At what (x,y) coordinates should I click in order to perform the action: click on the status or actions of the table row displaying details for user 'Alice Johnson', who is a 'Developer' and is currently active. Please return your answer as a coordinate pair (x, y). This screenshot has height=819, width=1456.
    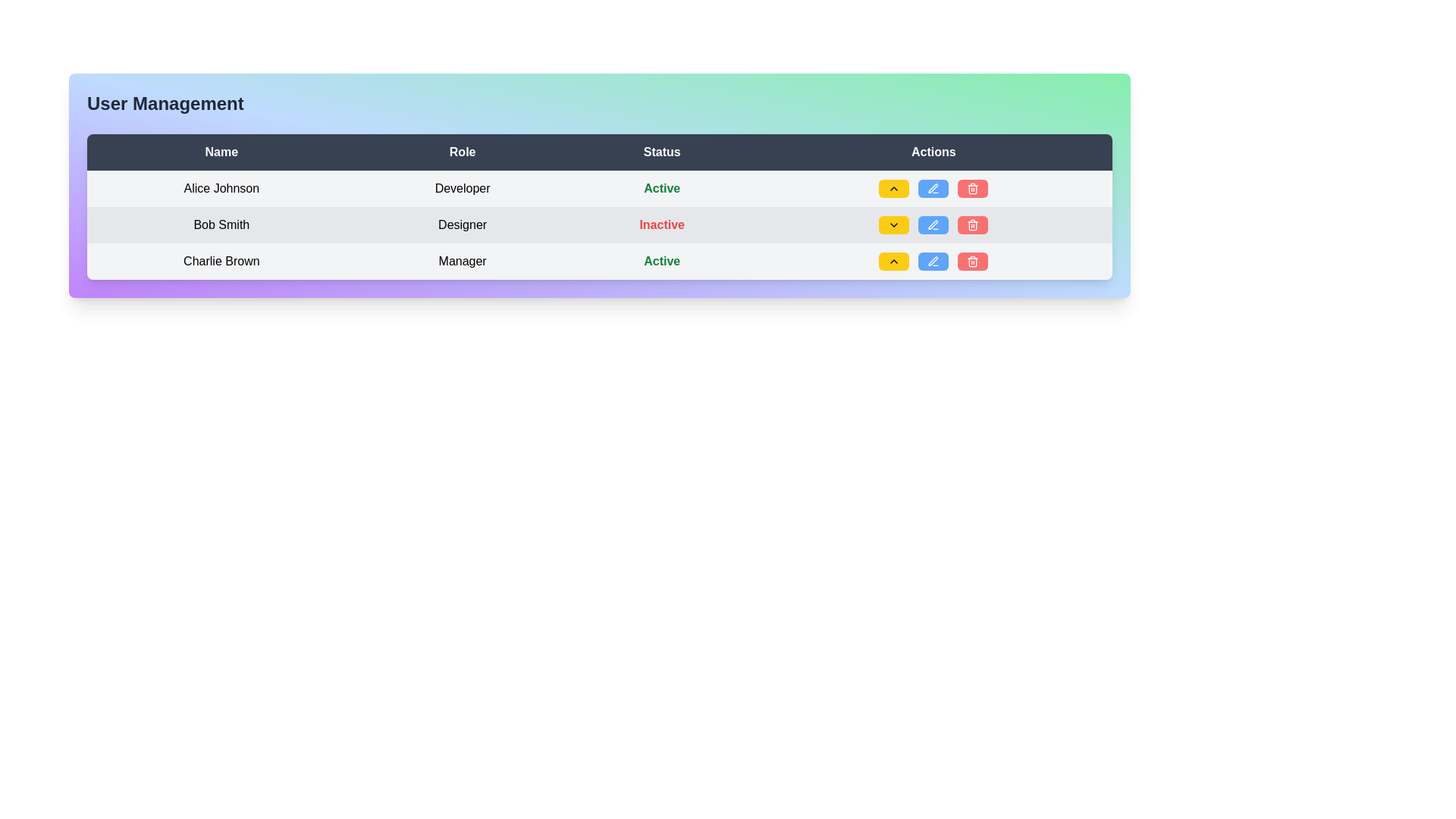
    Looking at the image, I should click on (599, 188).